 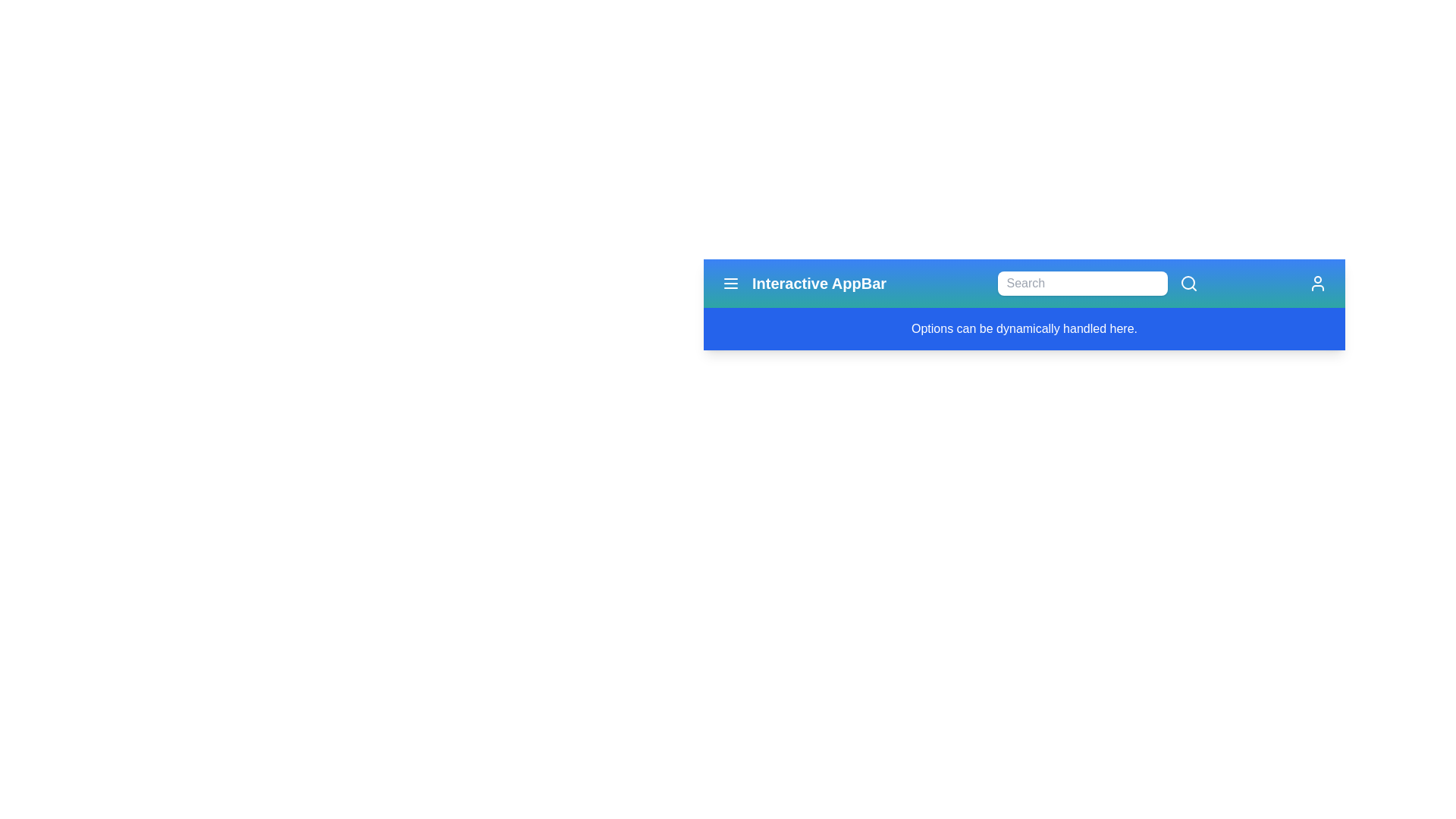 I want to click on the menu icon to toggle the menu, so click(x=731, y=284).